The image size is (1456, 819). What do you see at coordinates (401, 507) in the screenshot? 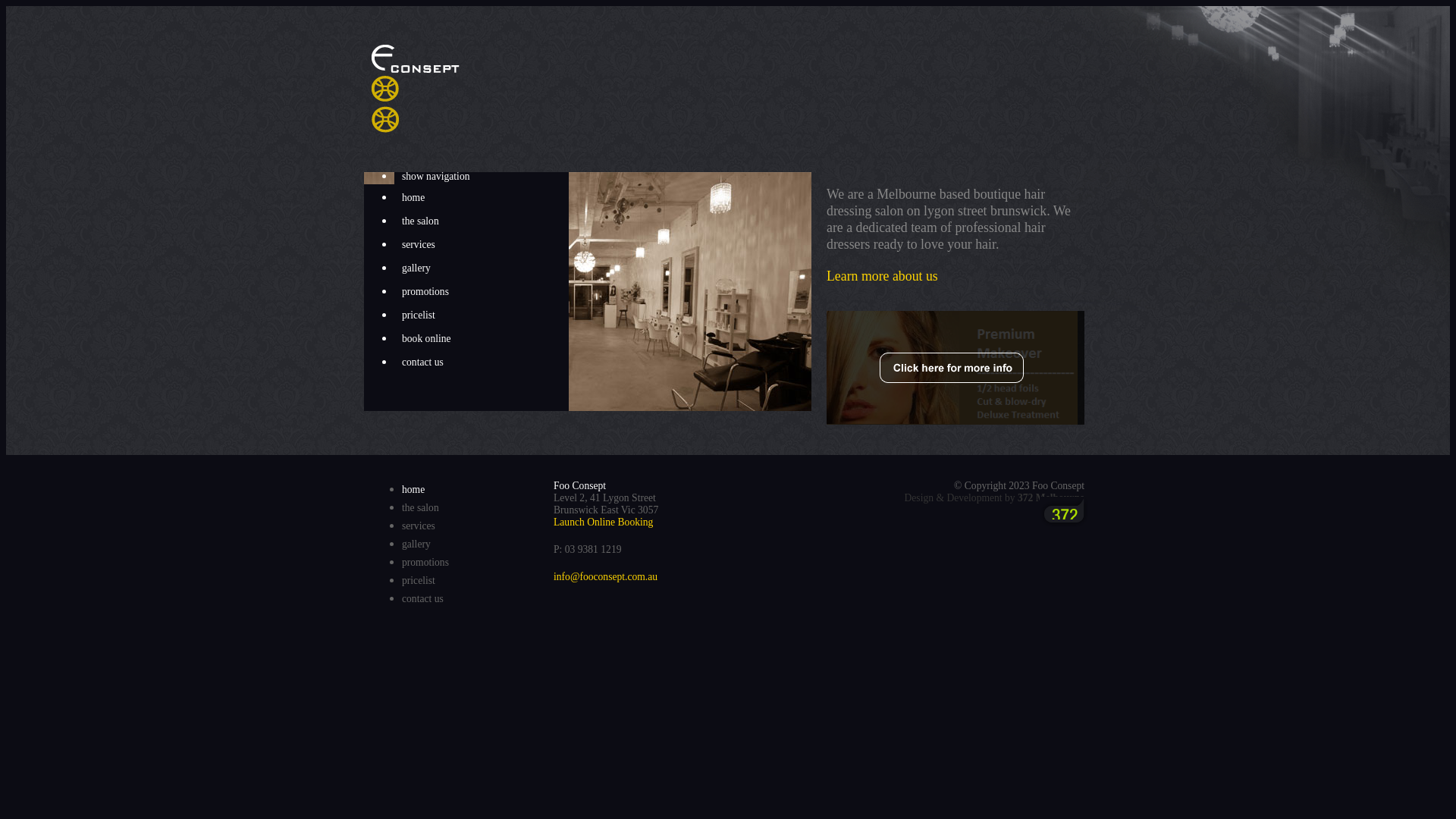
I see `'the salon'` at bounding box center [401, 507].